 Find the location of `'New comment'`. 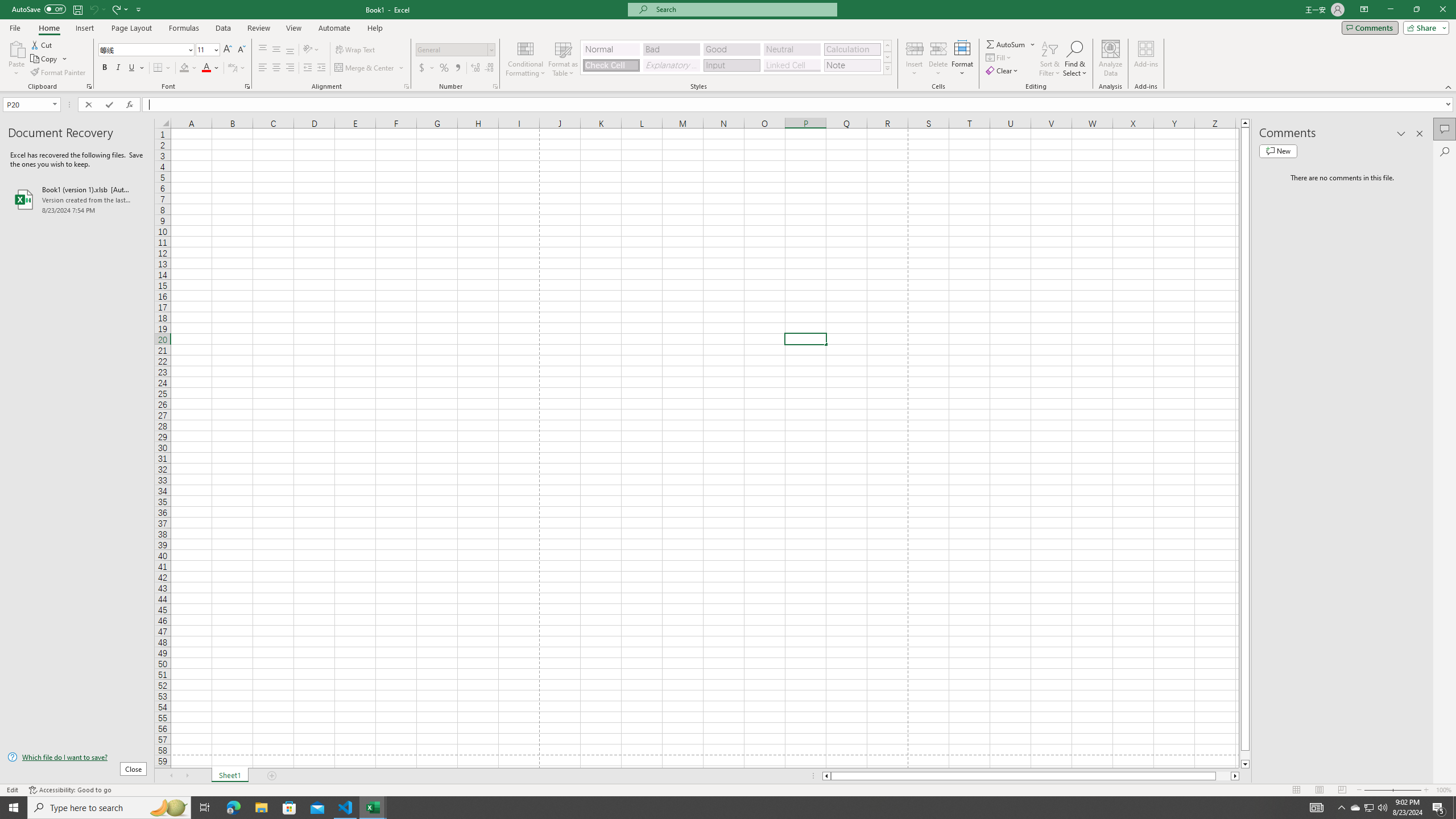

'New comment' is located at coordinates (1277, 150).